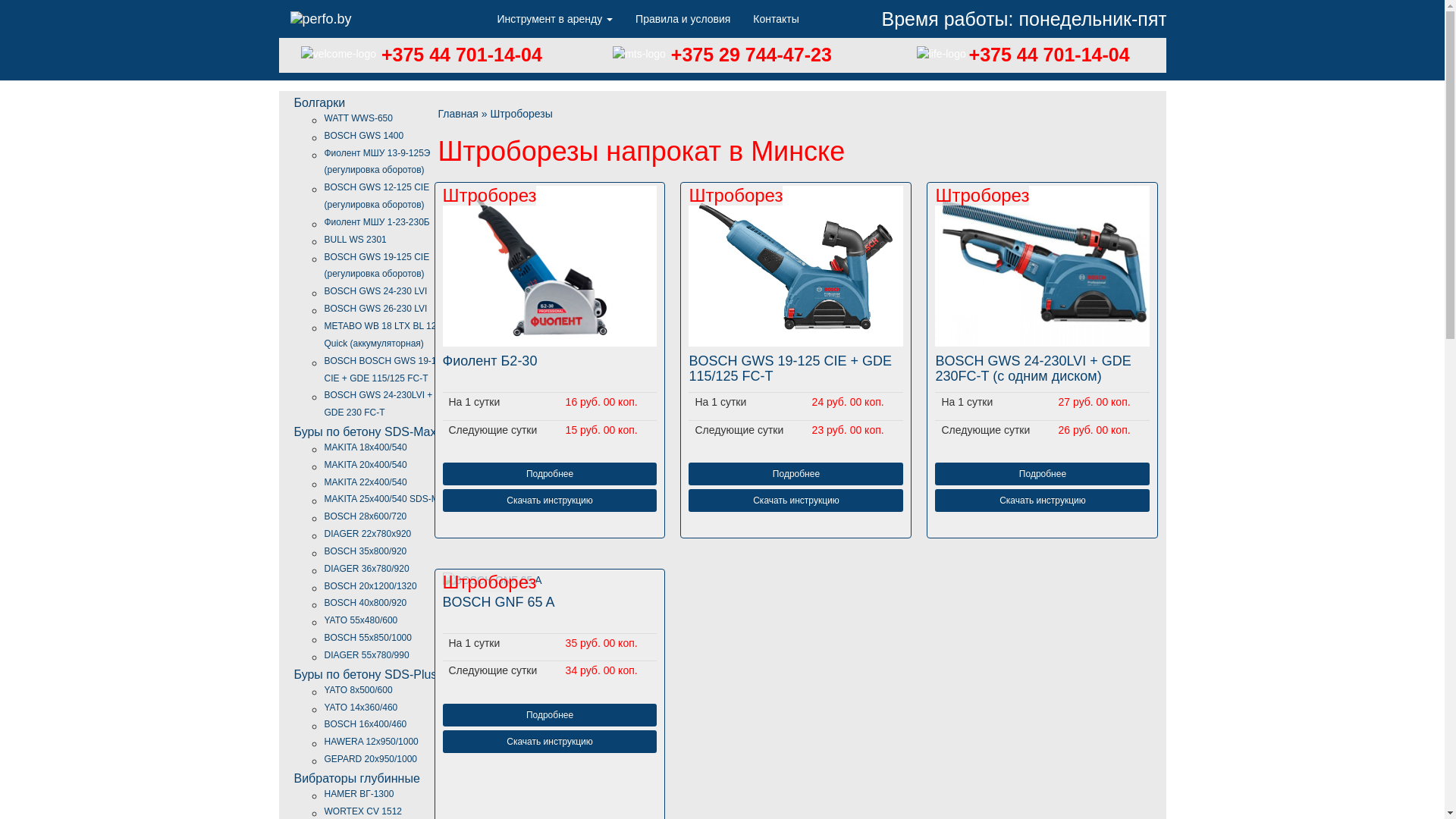  What do you see at coordinates (366, 447) in the screenshot?
I see `'MAKITA 18x400/540'` at bounding box center [366, 447].